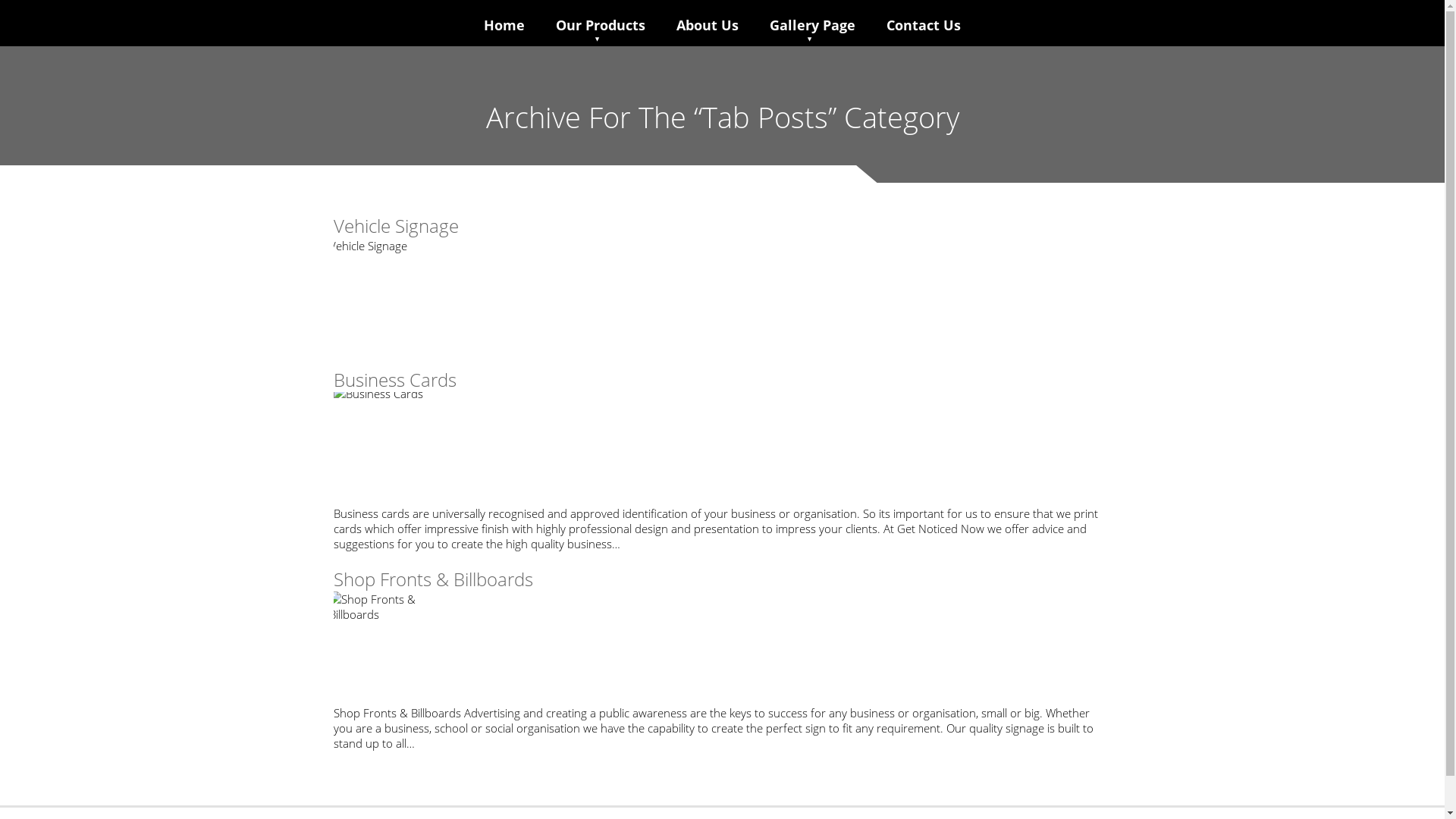 This screenshot has height=819, width=1456. Describe the element at coordinates (552, 25) in the screenshot. I see `'Our Products'` at that location.